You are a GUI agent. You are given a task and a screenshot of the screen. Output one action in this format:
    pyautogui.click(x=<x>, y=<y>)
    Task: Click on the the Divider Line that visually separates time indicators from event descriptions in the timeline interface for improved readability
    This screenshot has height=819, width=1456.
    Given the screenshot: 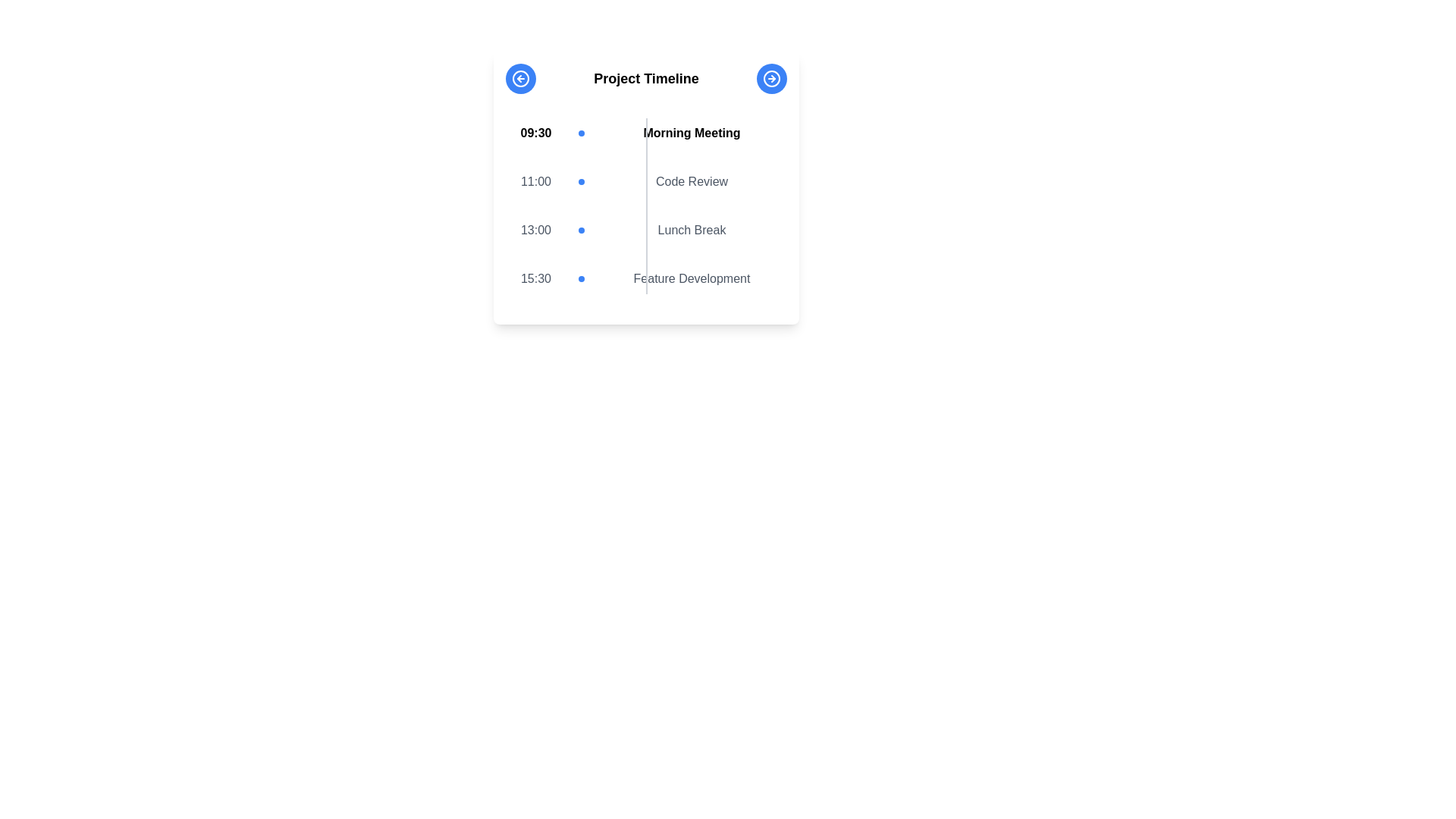 What is the action you would take?
    pyautogui.click(x=646, y=206)
    